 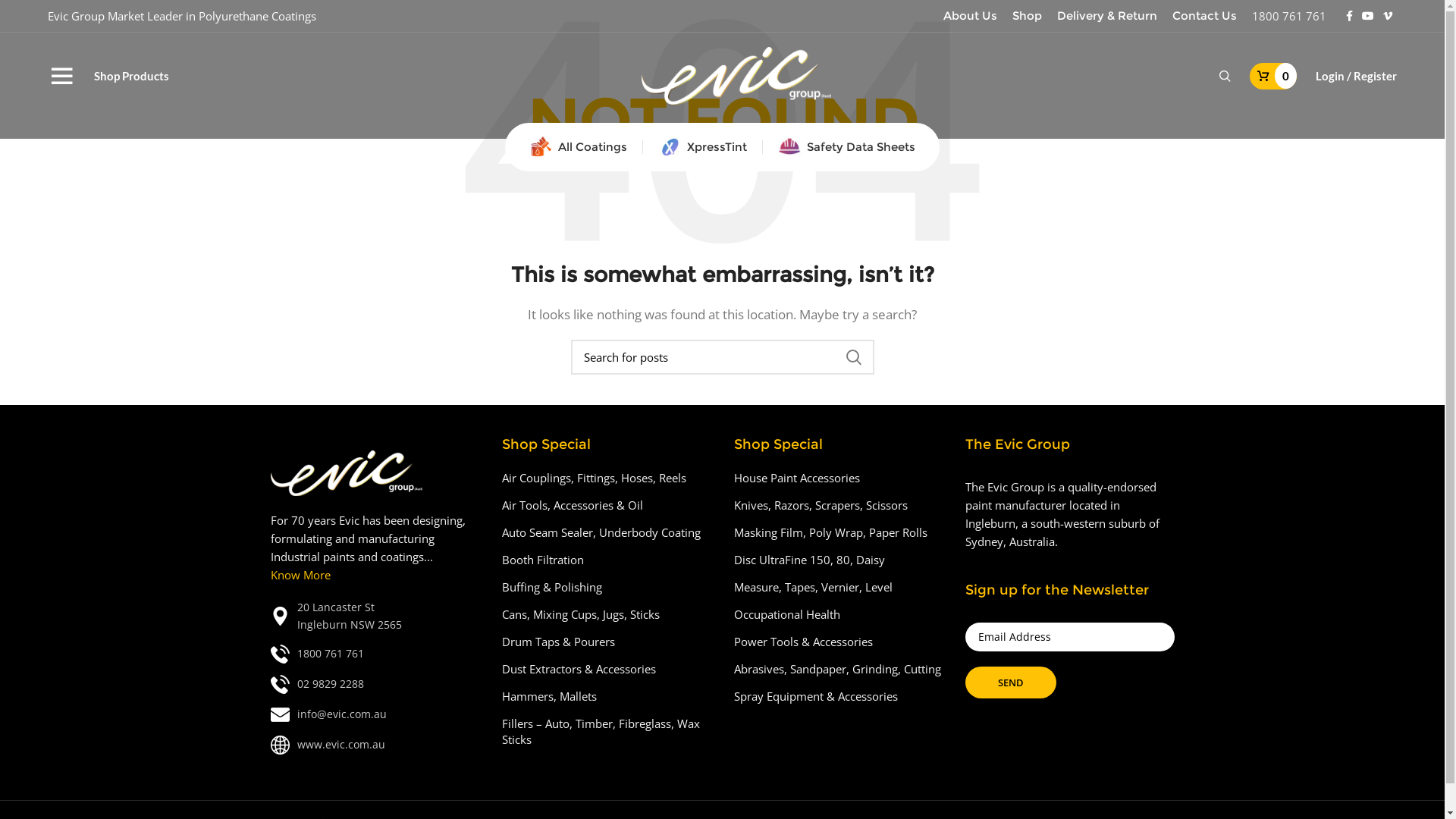 I want to click on 'Masking Film, Poly Wrap, Paper Rolls', so click(x=830, y=532).